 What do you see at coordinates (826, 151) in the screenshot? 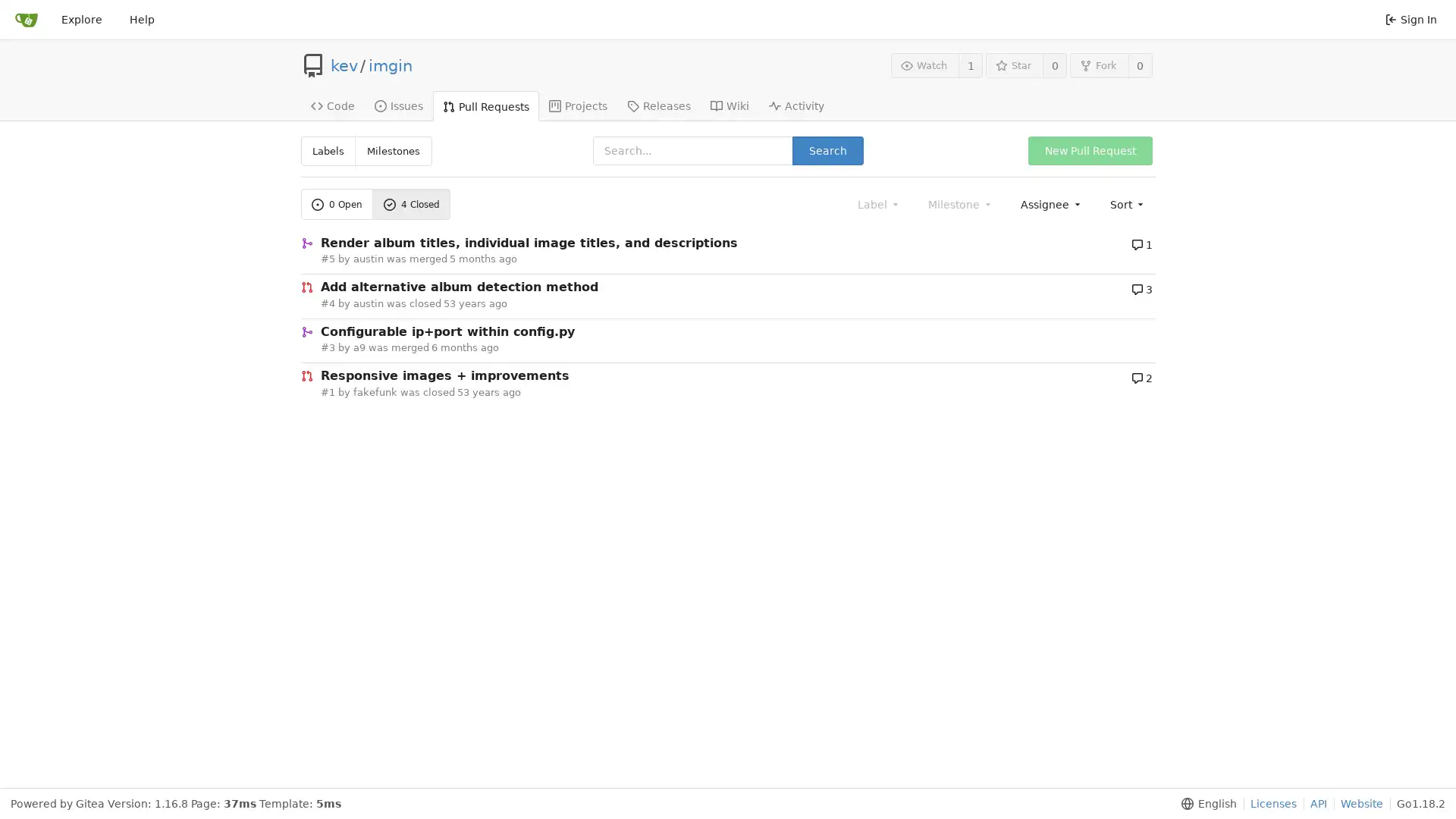
I see `Search` at bounding box center [826, 151].